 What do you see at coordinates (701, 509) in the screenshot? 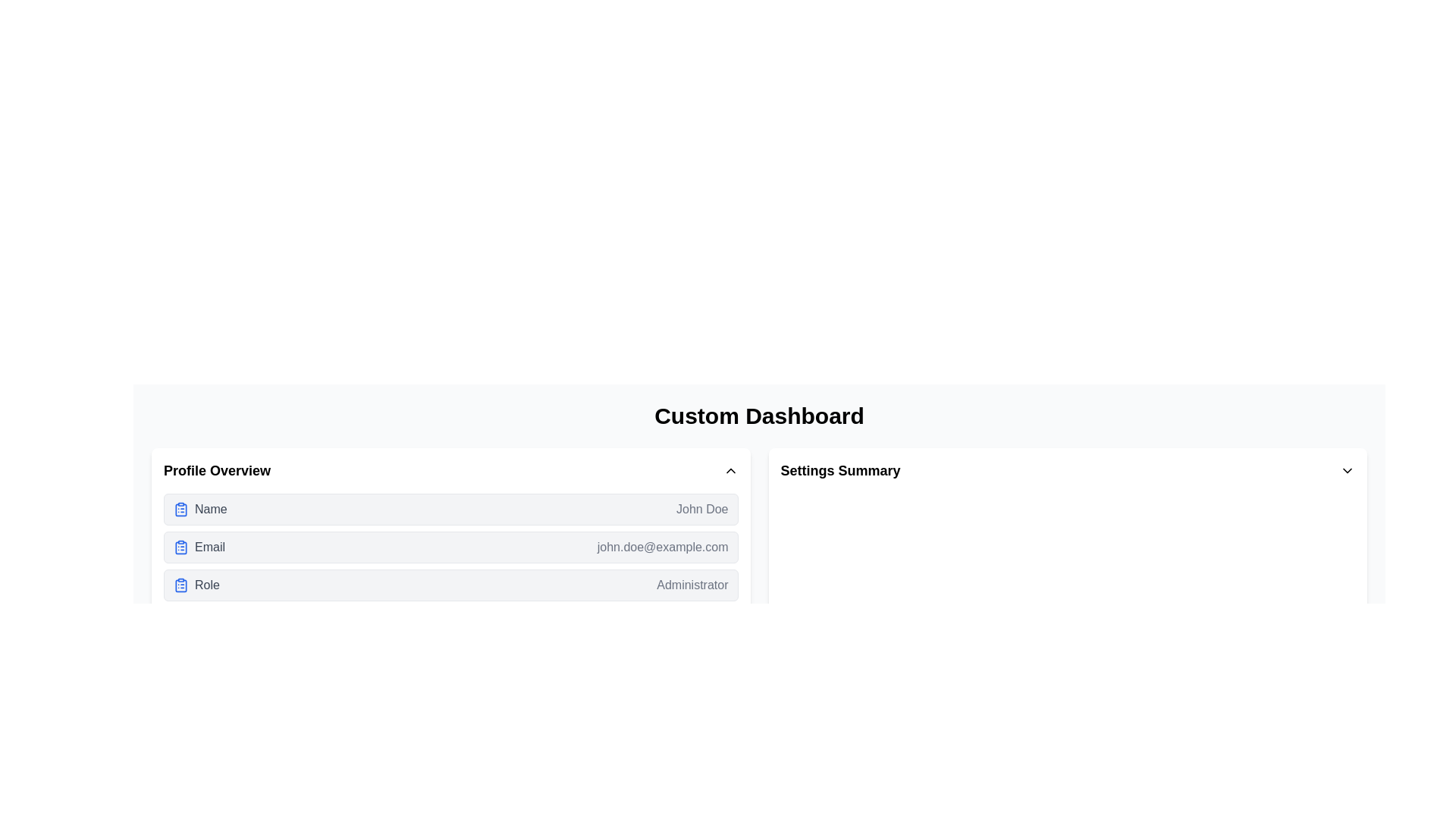
I see `the text label displaying 'John Doe' in the 'Profile Overview' section of the dashboard` at bounding box center [701, 509].